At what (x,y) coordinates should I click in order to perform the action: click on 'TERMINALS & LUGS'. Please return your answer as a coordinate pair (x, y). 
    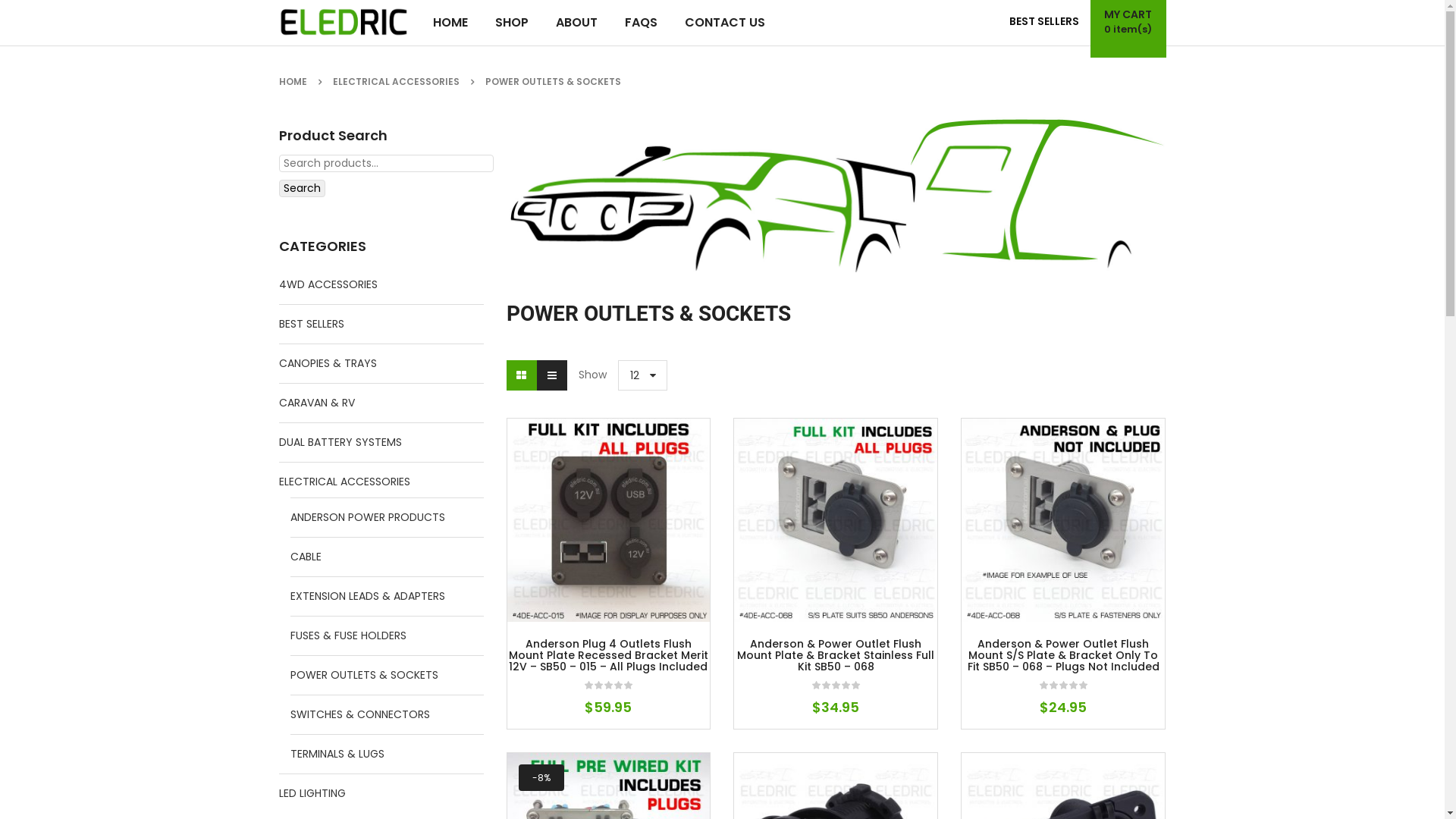
    Looking at the image, I should click on (336, 754).